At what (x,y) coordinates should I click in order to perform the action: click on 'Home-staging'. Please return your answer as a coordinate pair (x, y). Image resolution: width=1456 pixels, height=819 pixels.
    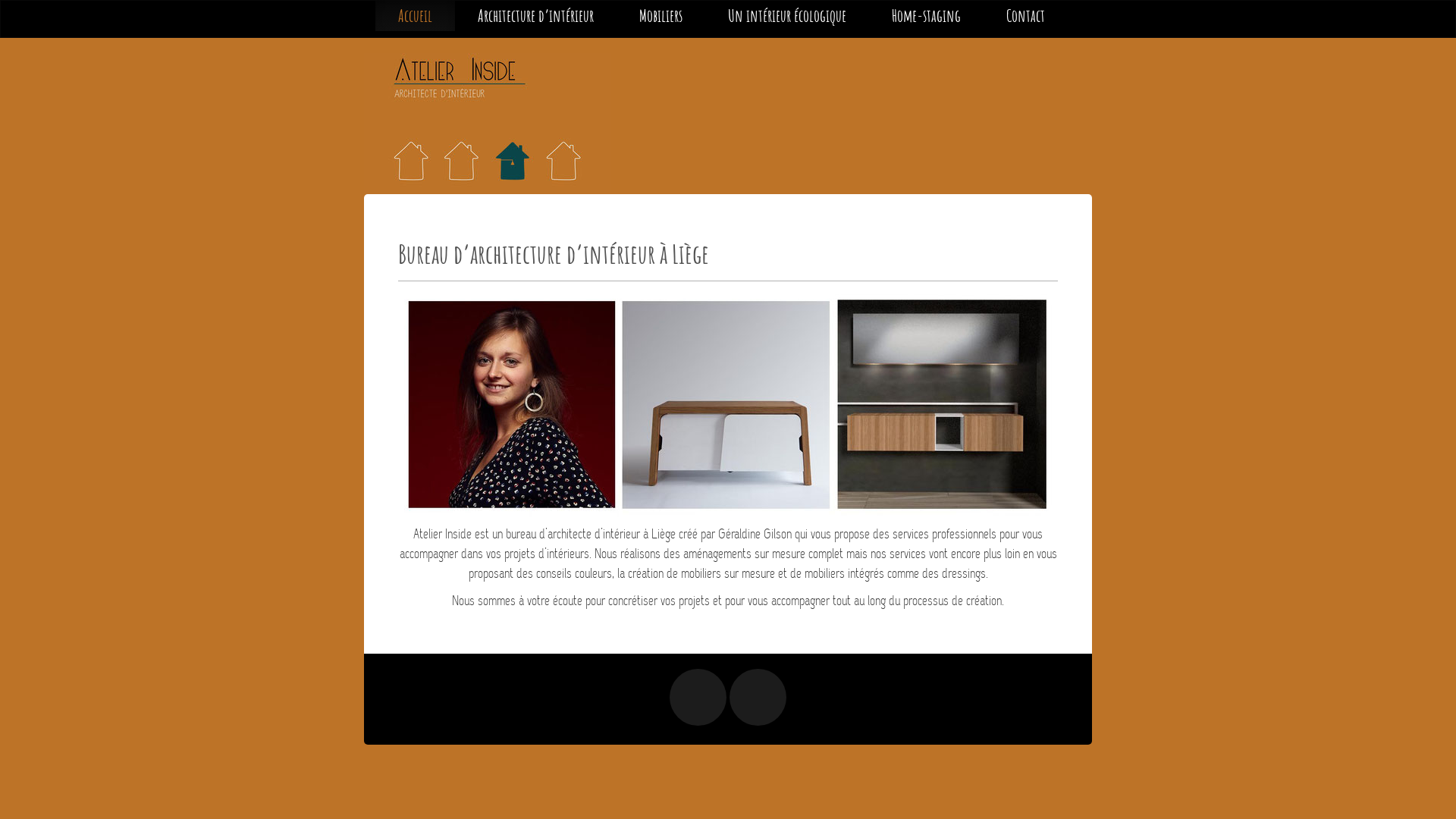
    Looking at the image, I should click on (869, 15).